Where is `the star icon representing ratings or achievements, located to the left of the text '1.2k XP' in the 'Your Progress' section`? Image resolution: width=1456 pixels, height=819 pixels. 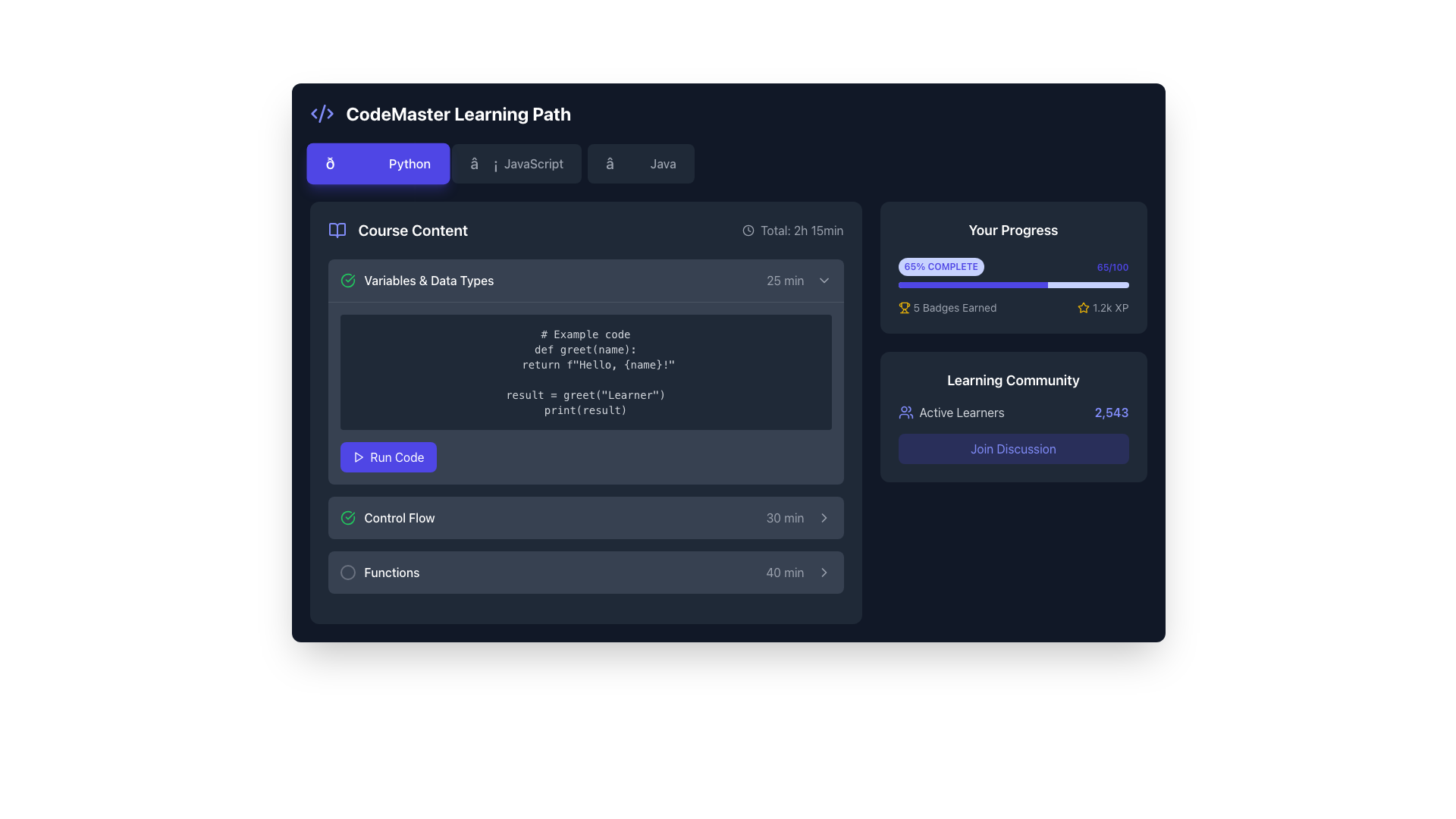 the star icon representing ratings or achievements, located to the left of the text '1.2k XP' in the 'Your Progress' section is located at coordinates (1083, 307).